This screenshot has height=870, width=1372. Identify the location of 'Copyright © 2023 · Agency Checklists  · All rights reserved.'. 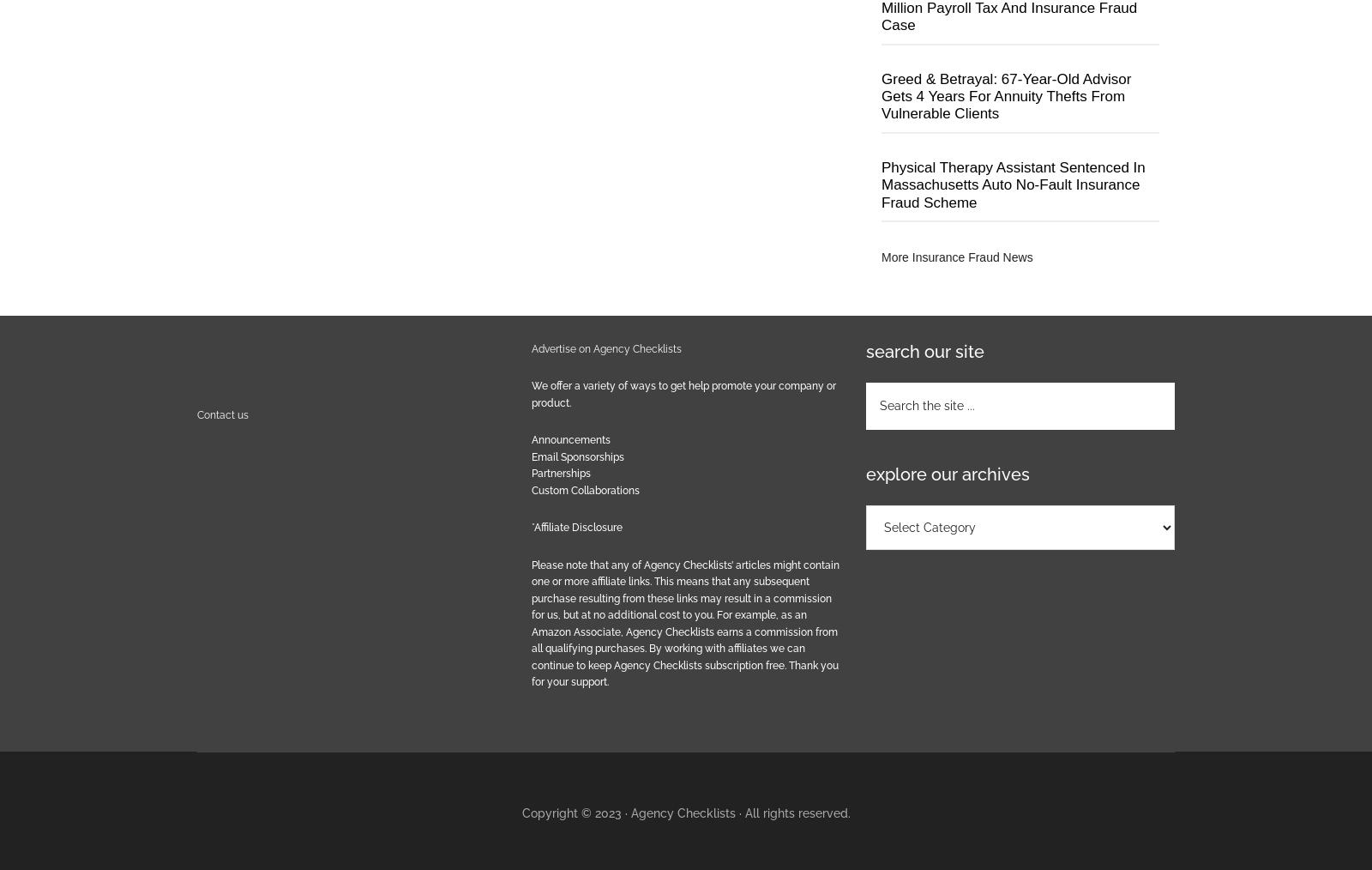
(685, 812).